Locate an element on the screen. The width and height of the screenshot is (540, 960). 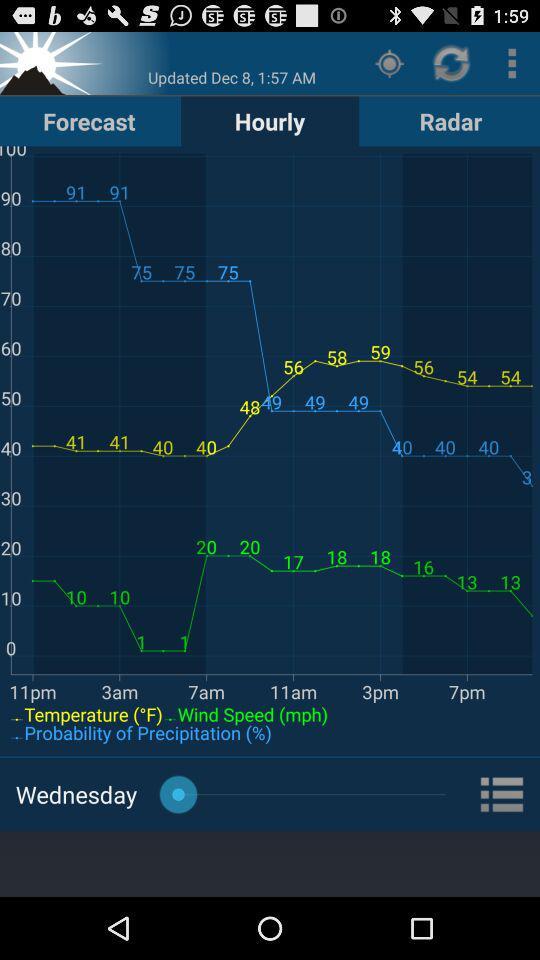
sunsed is located at coordinates (53, 62).